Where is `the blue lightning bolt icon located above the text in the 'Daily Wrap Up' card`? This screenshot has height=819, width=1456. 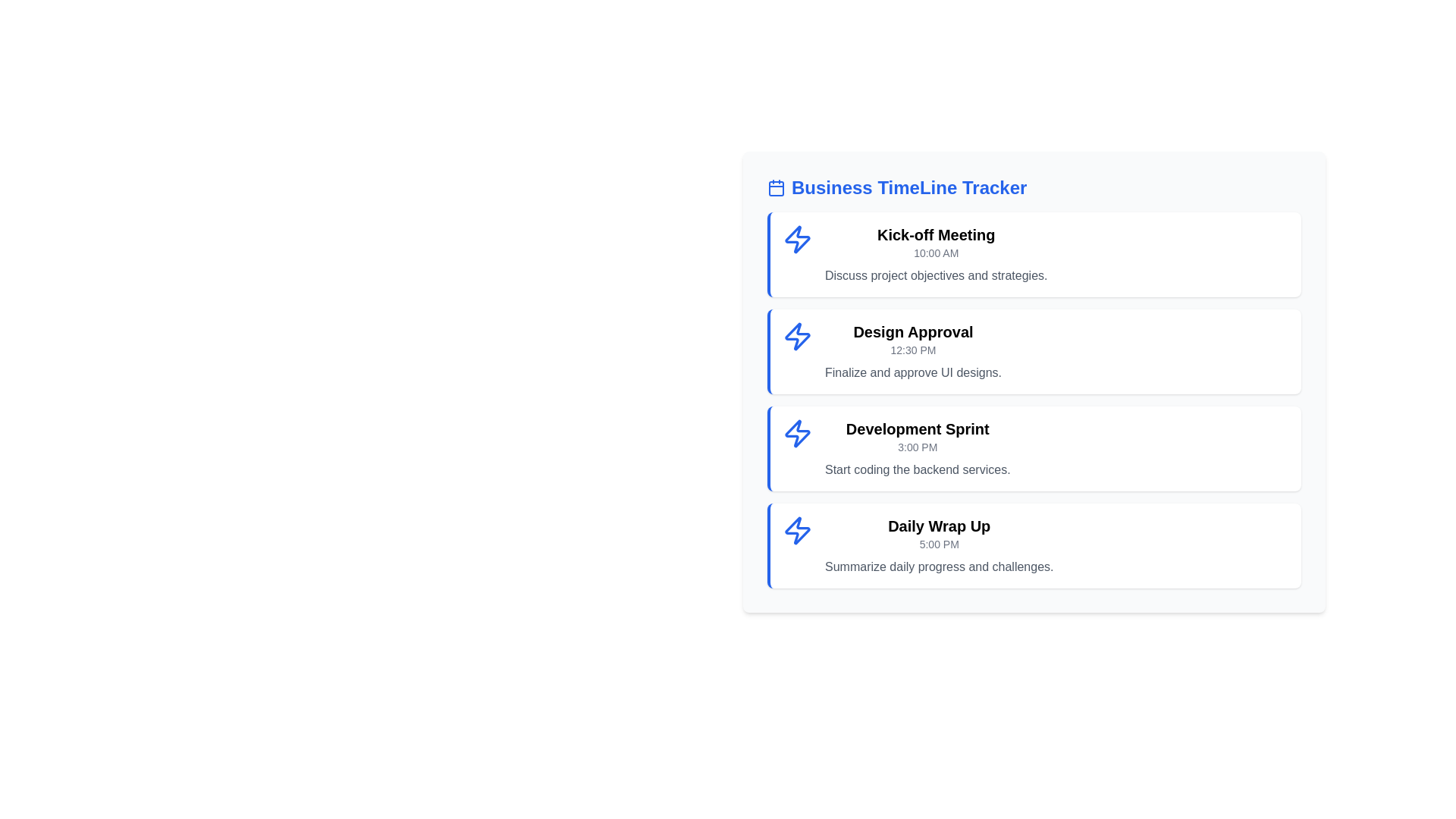
the blue lightning bolt icon located above the text in the 'Daily Wrap Up' card is located at coordinates (796, 529).